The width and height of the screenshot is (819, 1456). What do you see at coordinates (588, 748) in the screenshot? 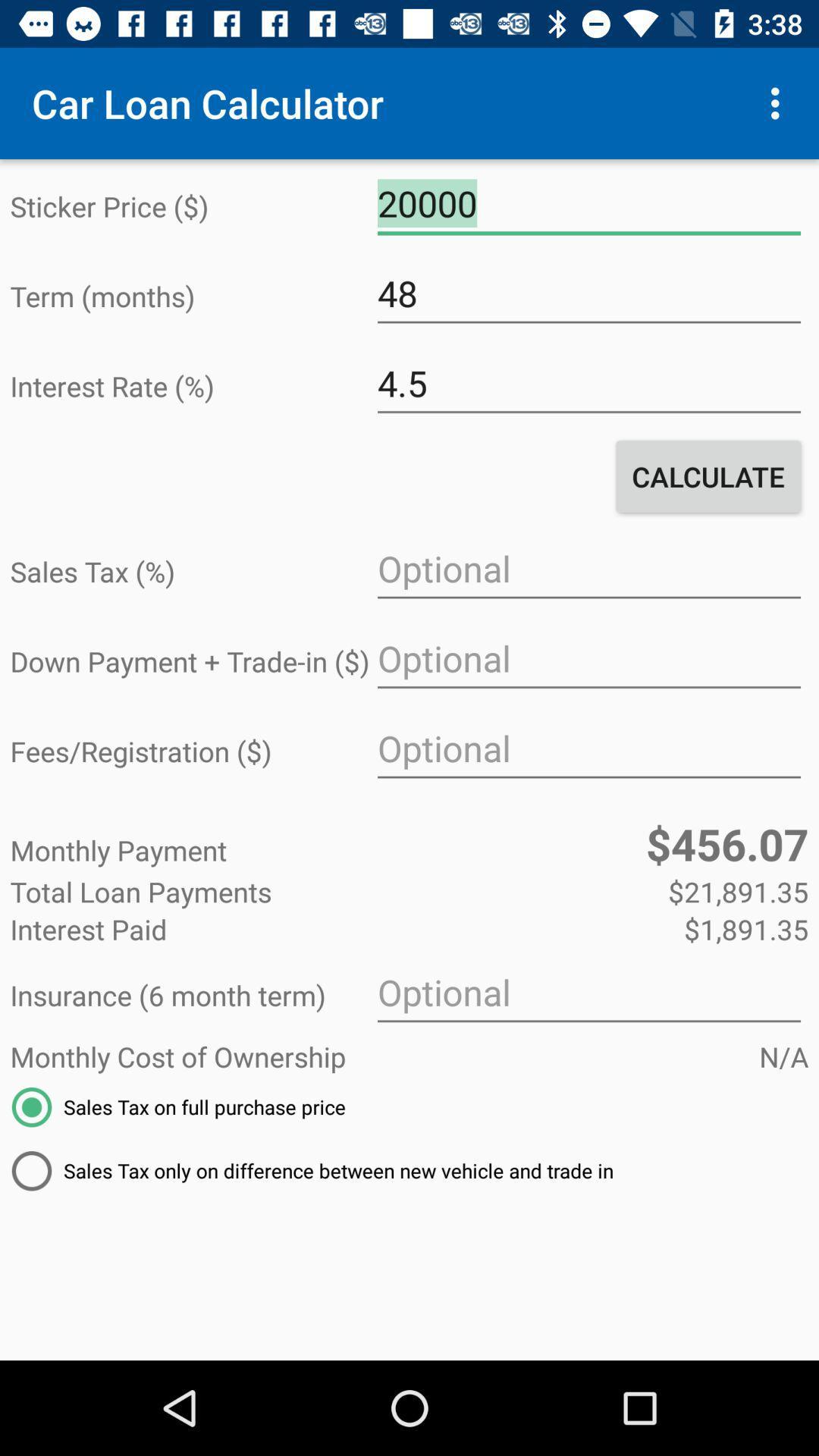
I see `item above the $456.07` at bounding box center [588, 748].